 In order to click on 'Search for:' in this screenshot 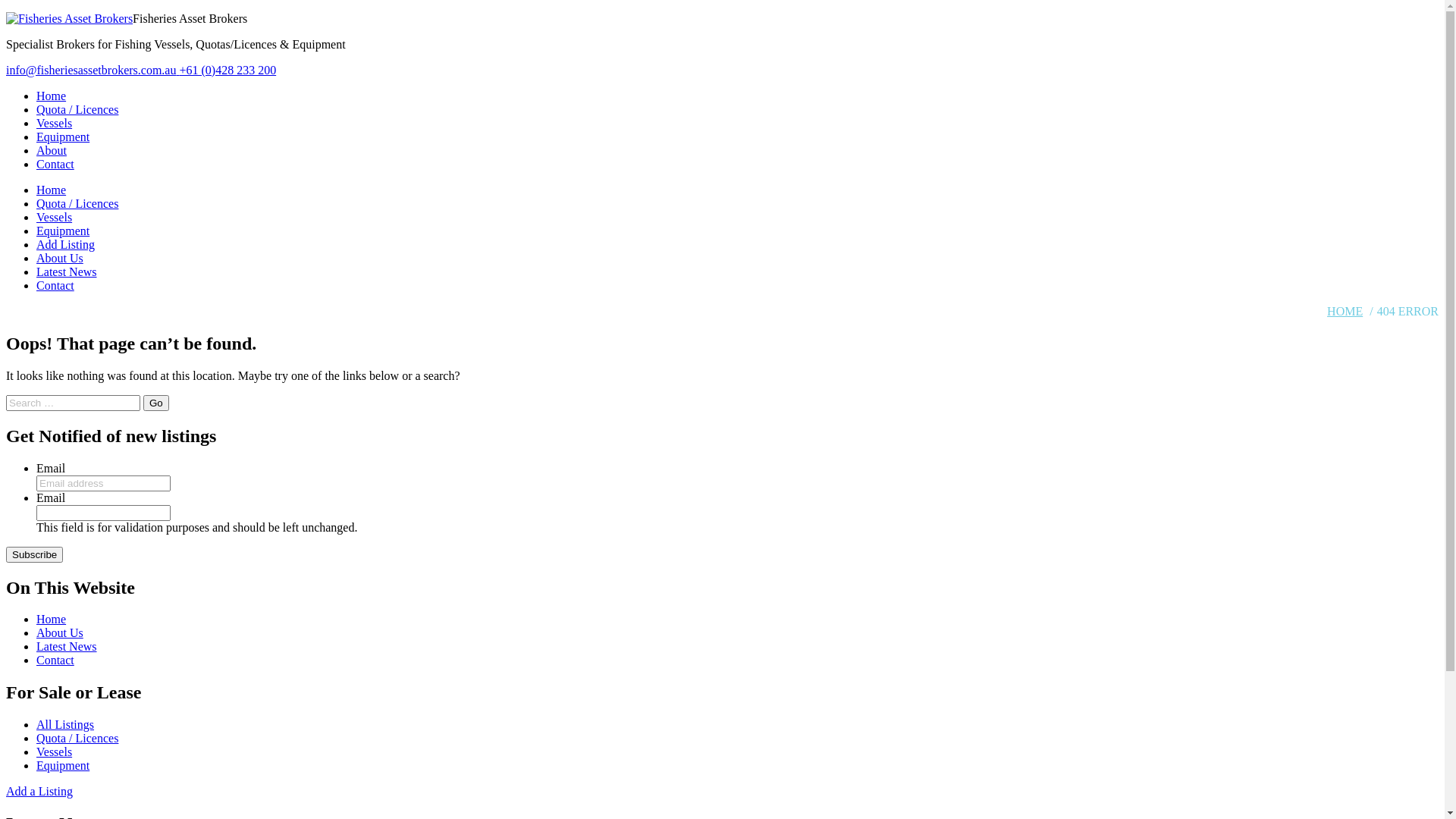, I will do `click(72, 402)`.